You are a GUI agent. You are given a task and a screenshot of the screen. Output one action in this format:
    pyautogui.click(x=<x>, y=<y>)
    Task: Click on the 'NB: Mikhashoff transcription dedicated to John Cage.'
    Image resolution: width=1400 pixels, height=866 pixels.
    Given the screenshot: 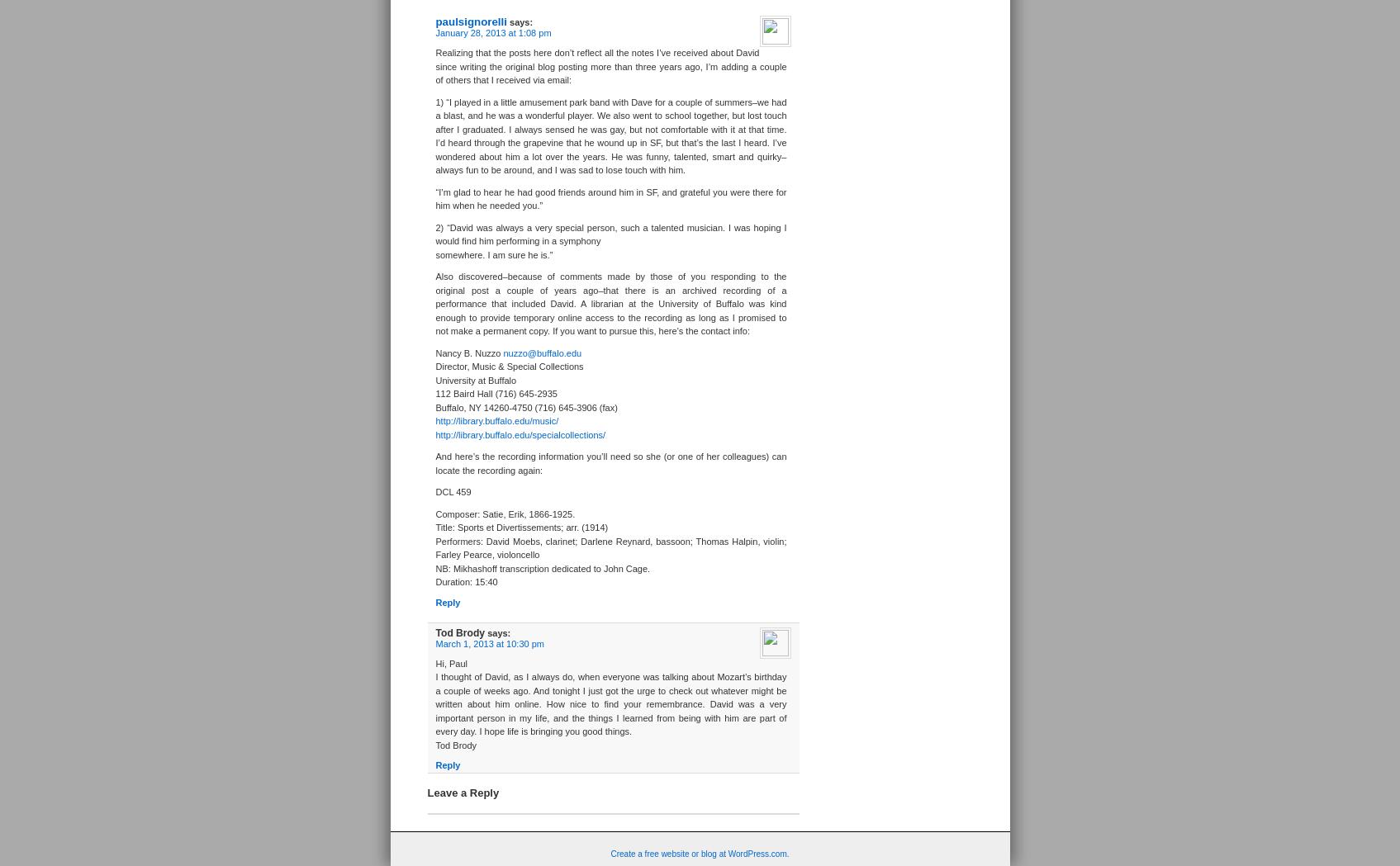 What is the action you would take?
    pyautogui.click(x=542, y=568)
    